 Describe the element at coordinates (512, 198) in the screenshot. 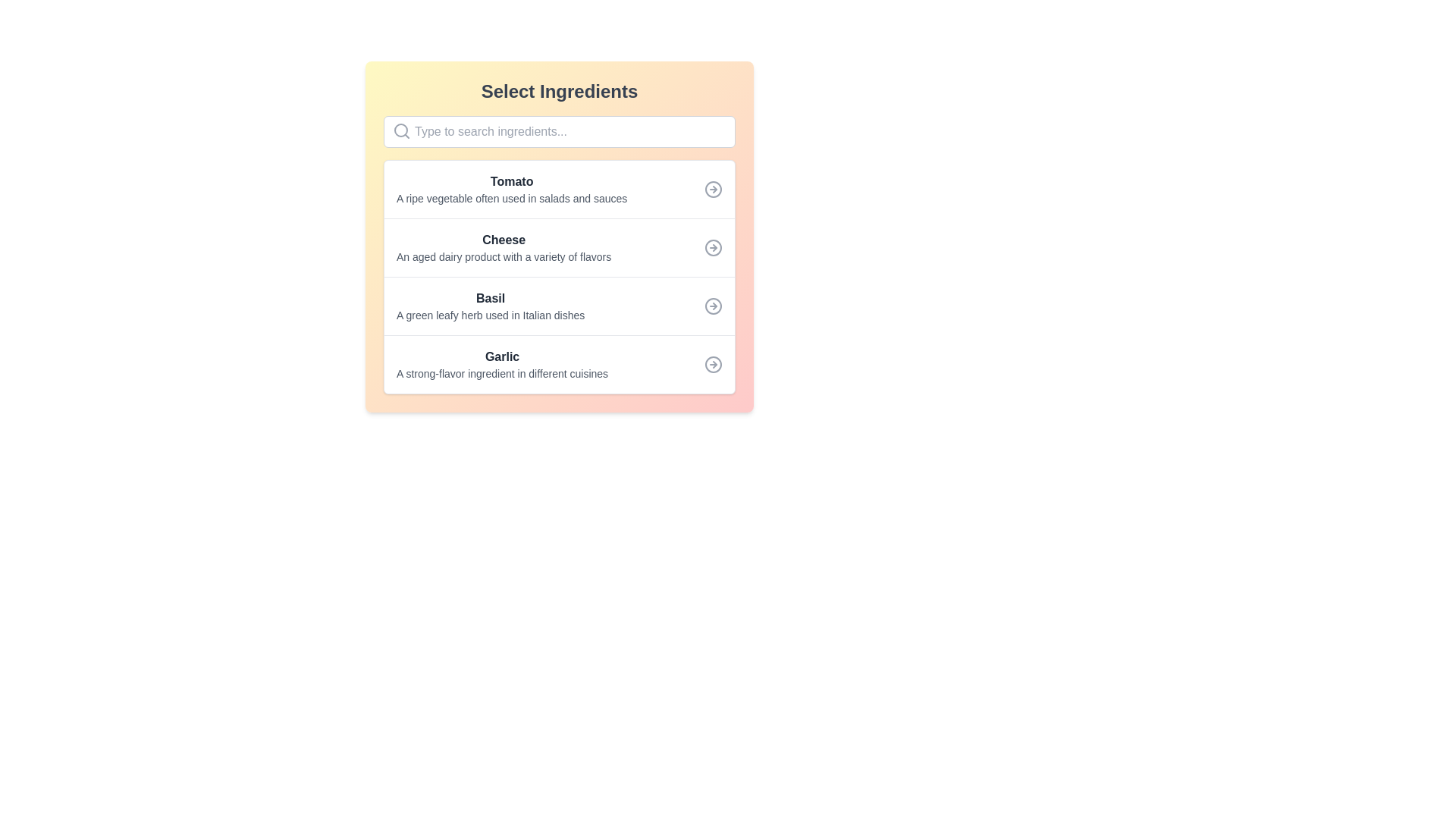

I see `text label that describes 'A ripe vegetable often used in salads and sauces', located below the title 'Tomato'` at that location.